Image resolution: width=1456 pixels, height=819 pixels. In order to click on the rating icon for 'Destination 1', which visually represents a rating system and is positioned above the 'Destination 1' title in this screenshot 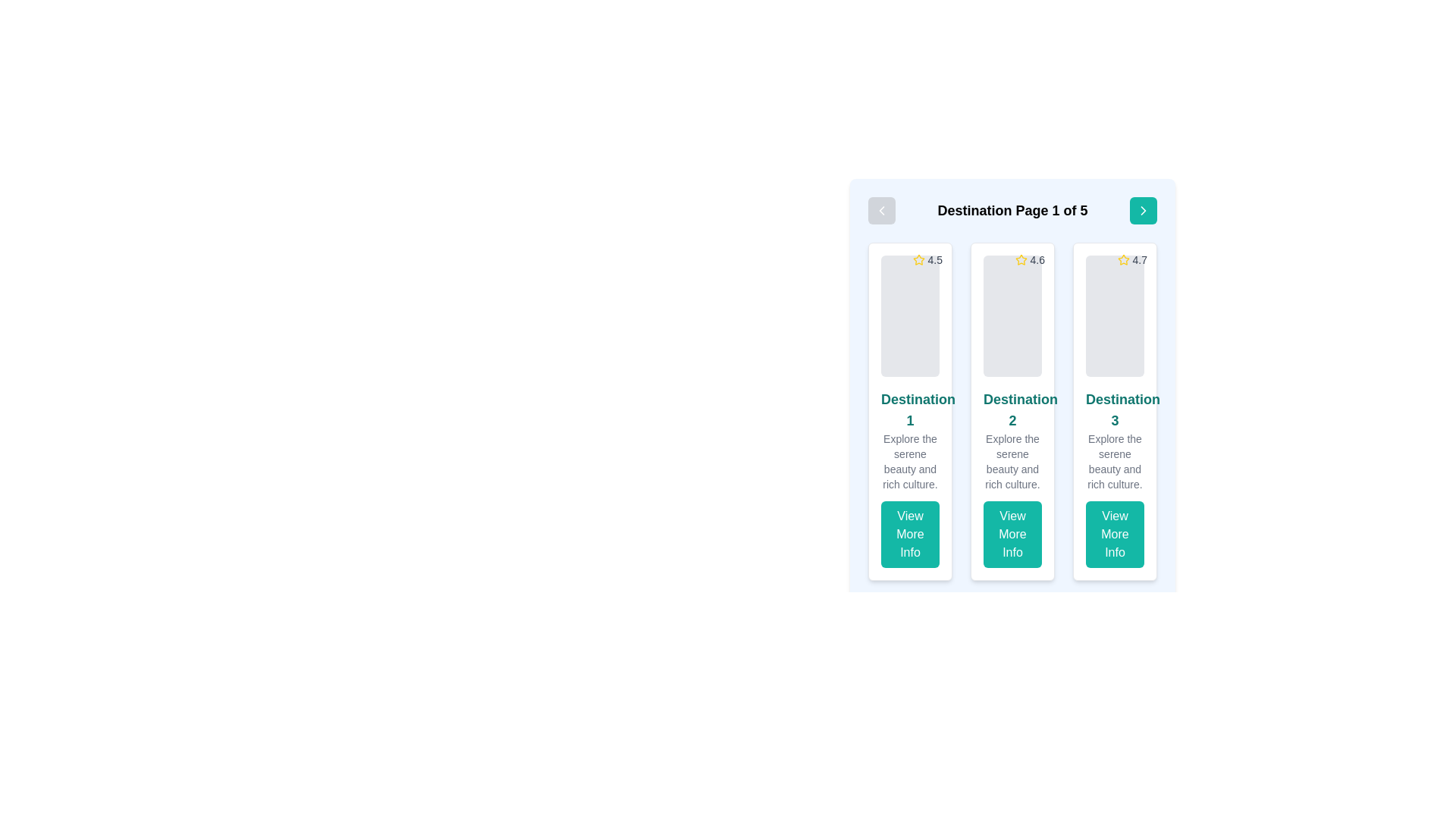, I will do `click(918, 259)`.